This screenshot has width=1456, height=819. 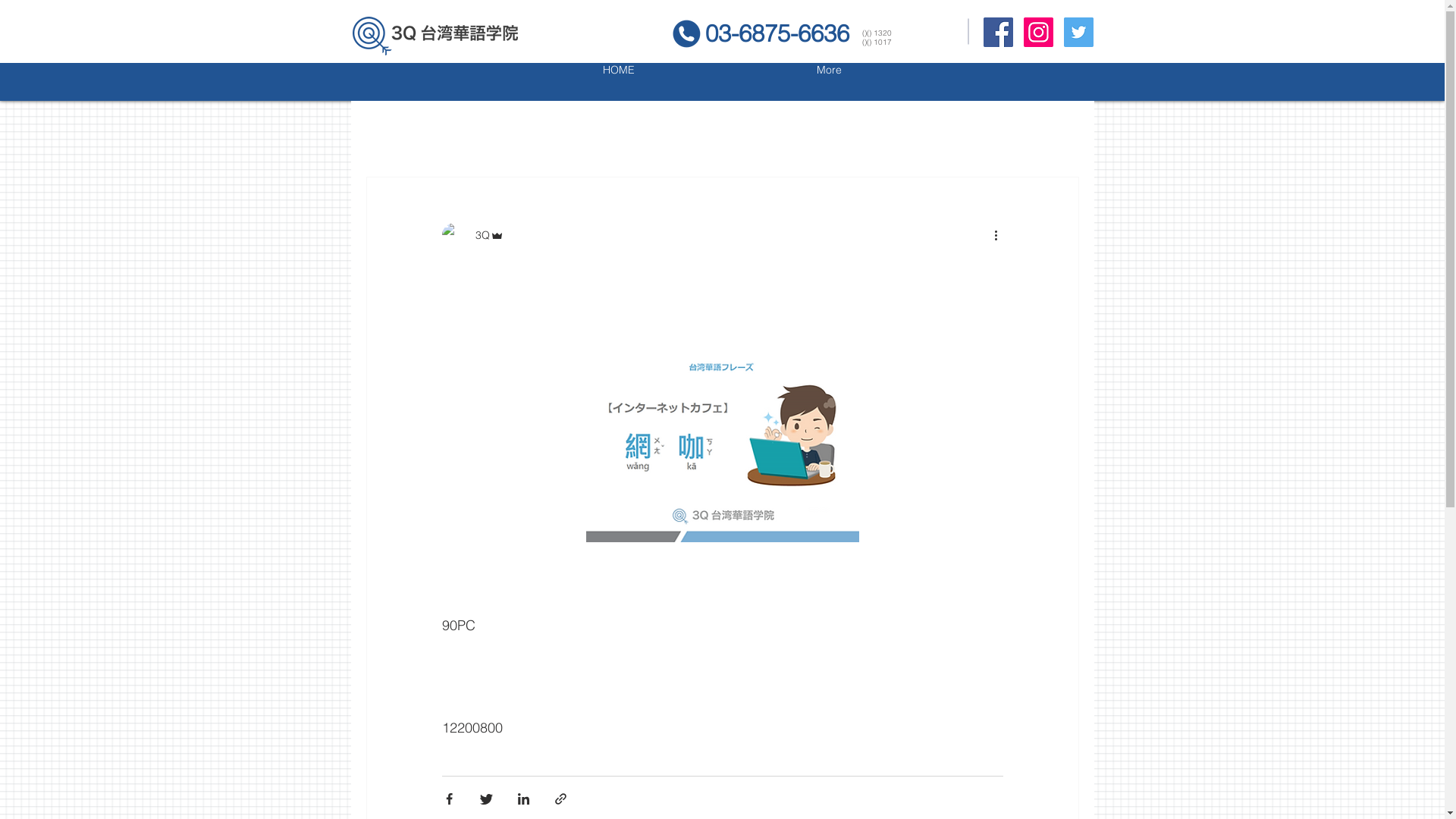 I want to click on 'HOME', so click(x=619, y=82).